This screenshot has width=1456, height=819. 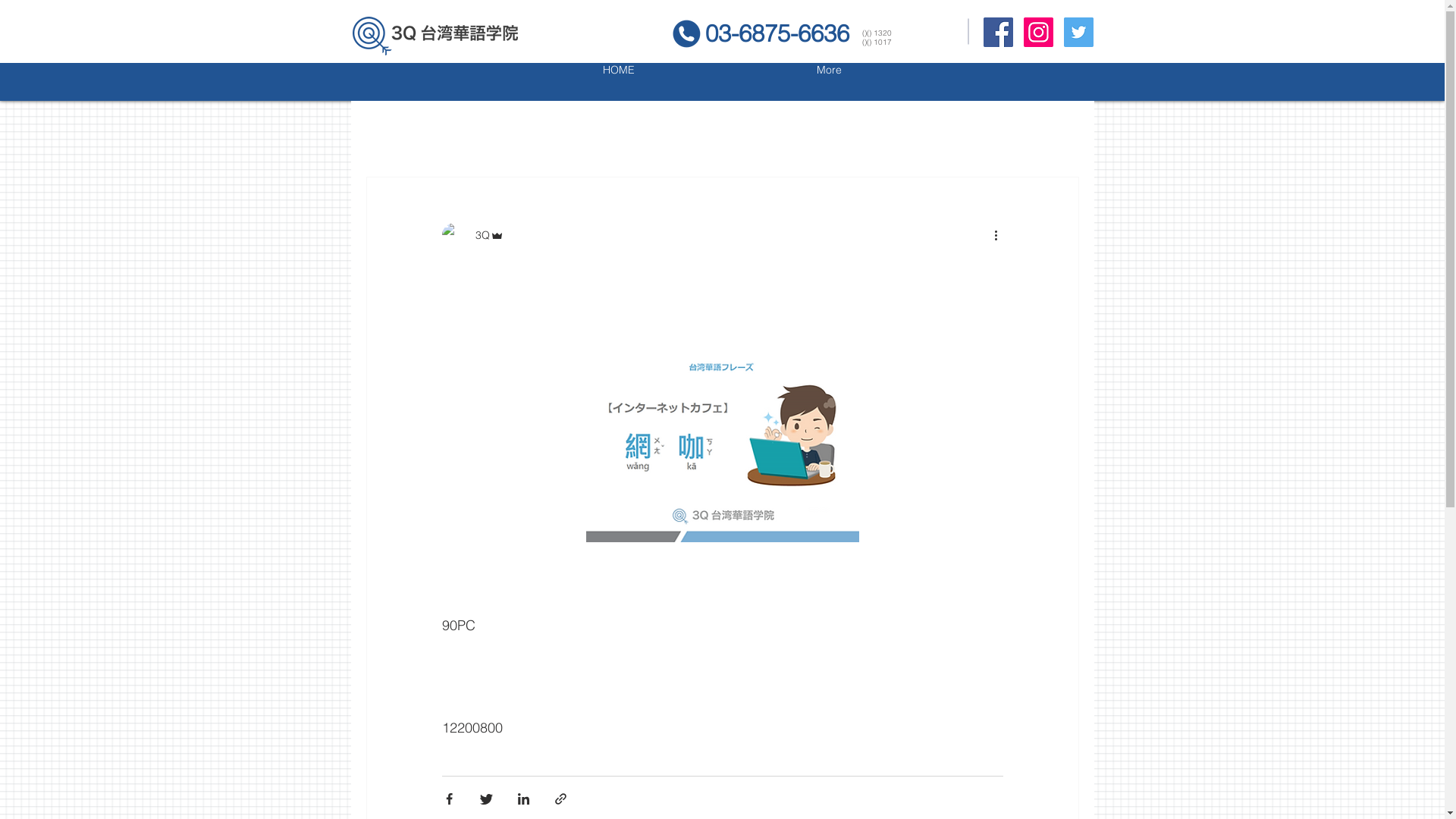 I want to click on 'HOME', so click(x=619, y=82).